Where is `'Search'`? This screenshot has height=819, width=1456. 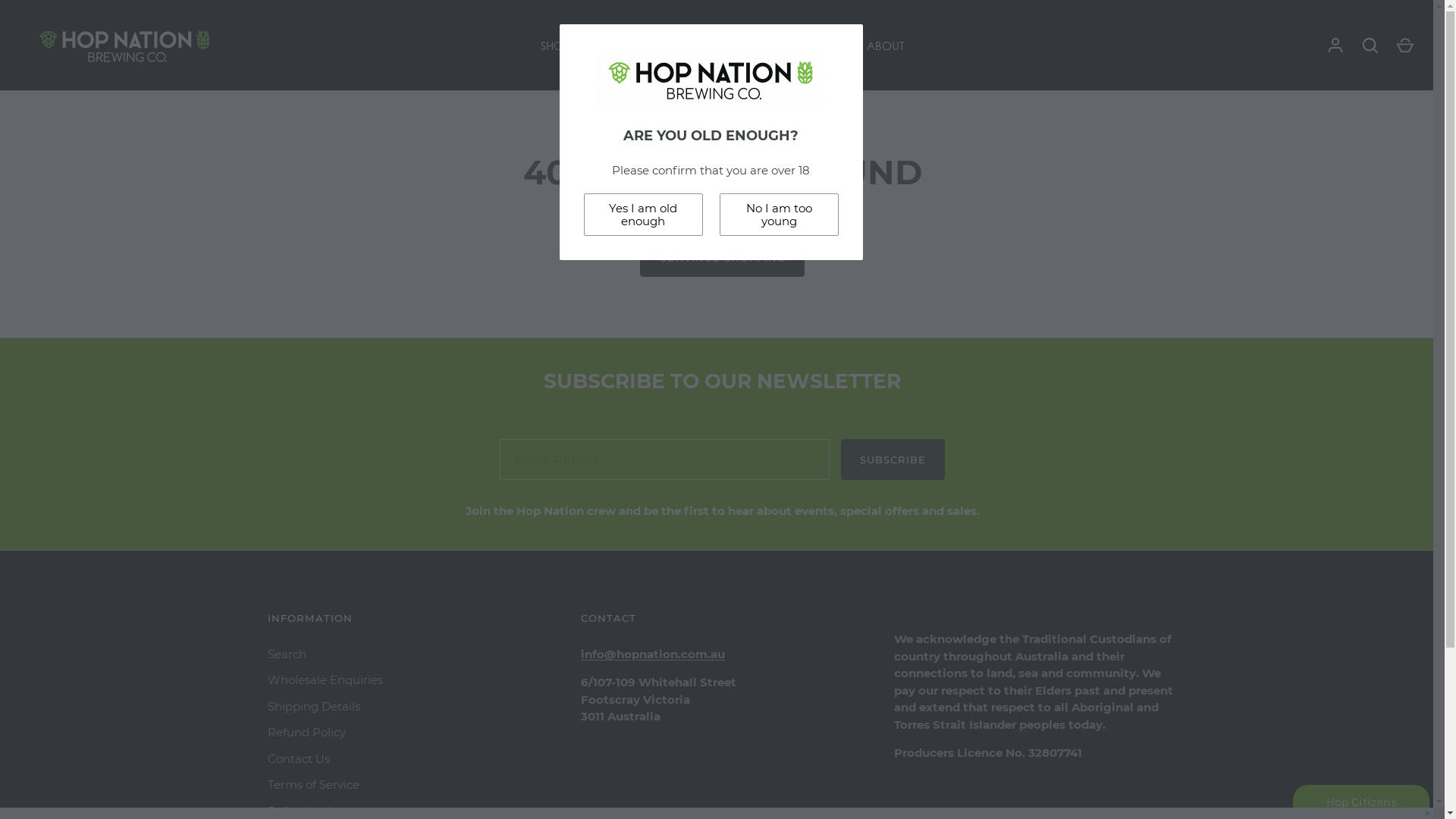
'Search' is located at coordinates (266, 653).